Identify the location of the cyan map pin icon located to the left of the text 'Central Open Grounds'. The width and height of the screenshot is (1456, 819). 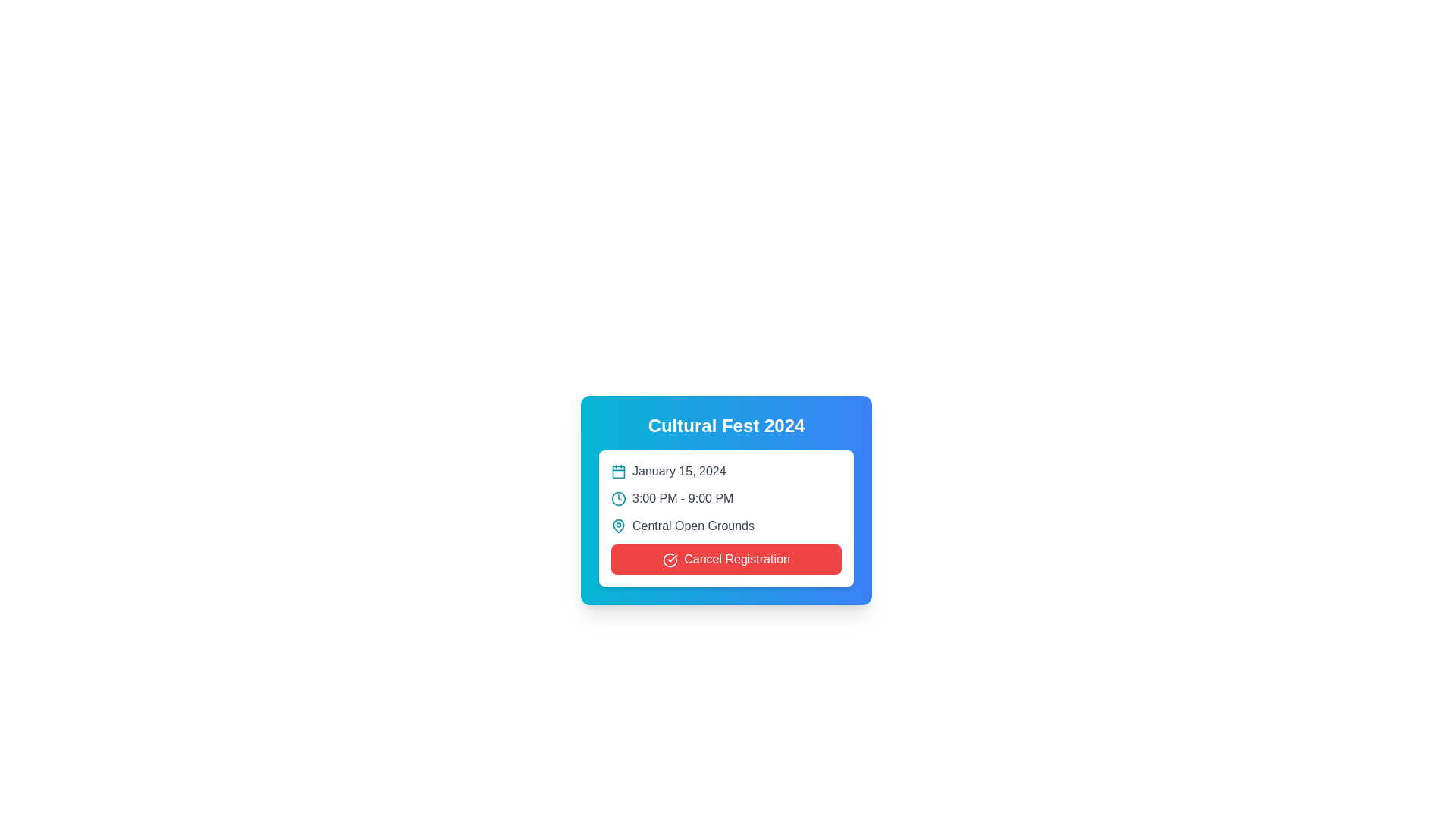
(619, 526).